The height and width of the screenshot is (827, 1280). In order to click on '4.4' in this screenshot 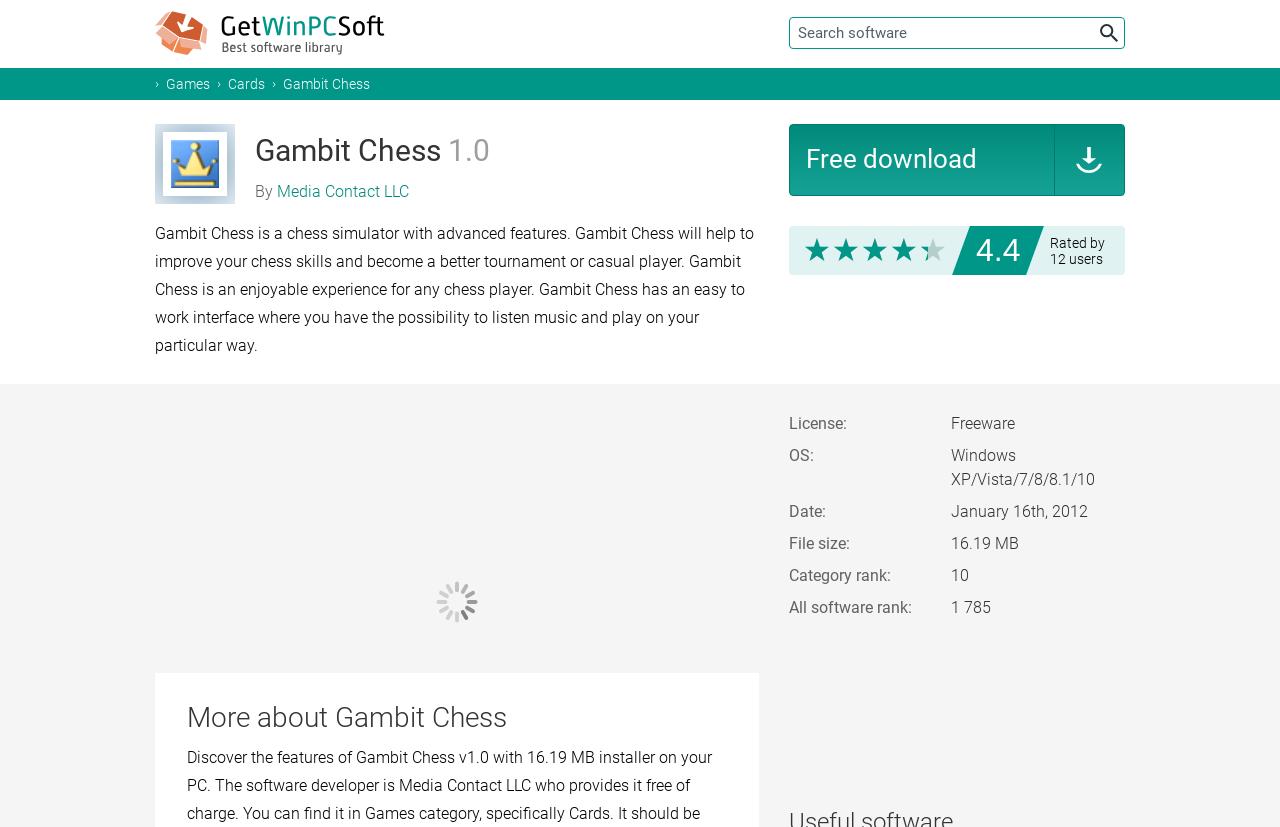, I will do `click(998, 249)`.